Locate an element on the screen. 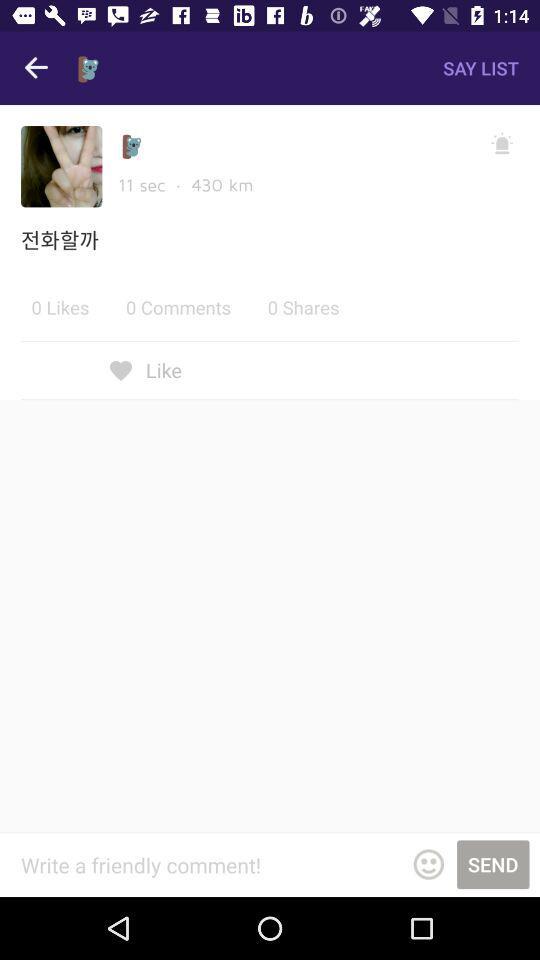  the emoji icon is located at coordinates (427, 863).